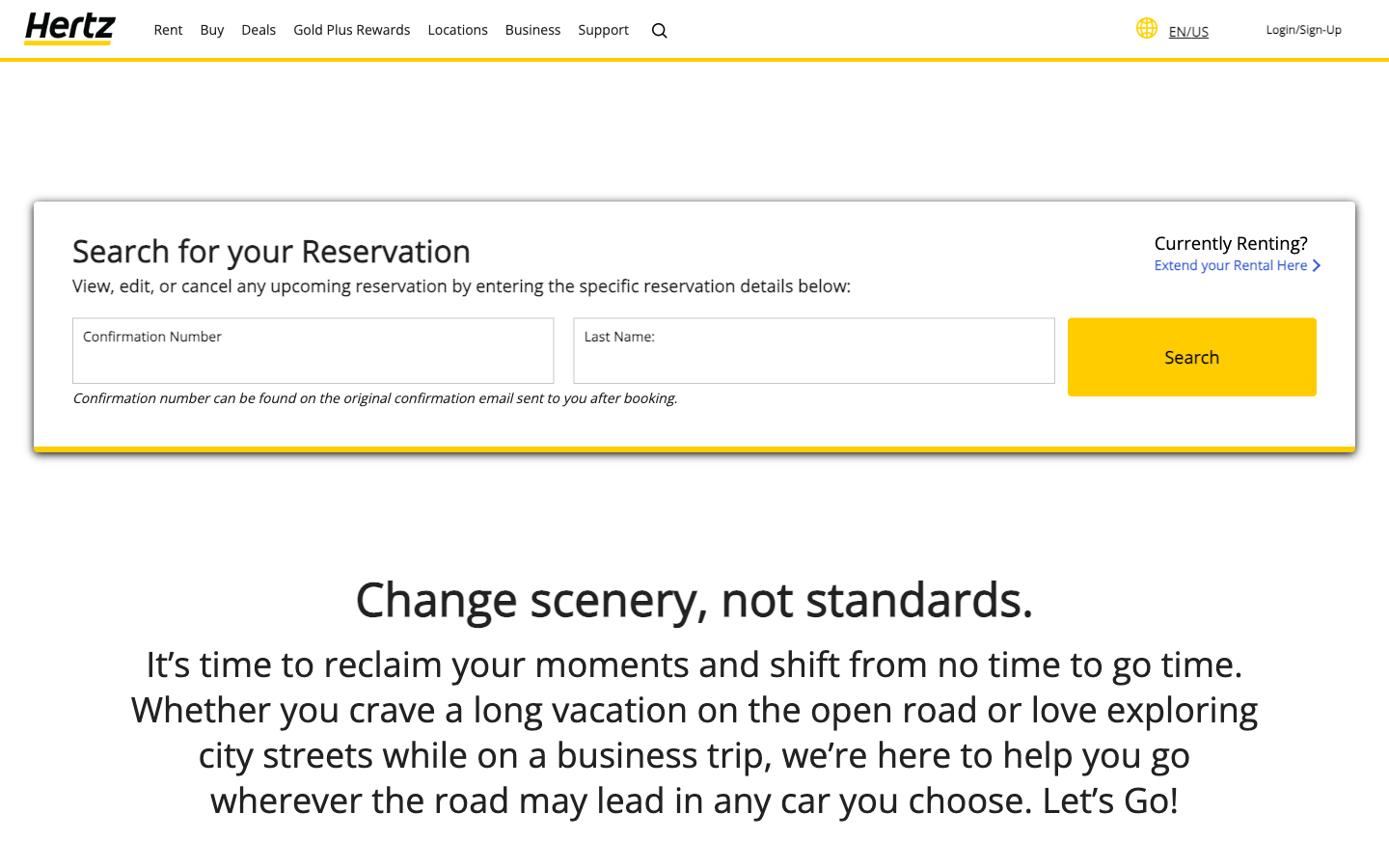 The width and height of the screenshot is (1389, 868). Describe the element at coordinates (1236, 252) in the screenshot. I see `the rental extension option` at that location.